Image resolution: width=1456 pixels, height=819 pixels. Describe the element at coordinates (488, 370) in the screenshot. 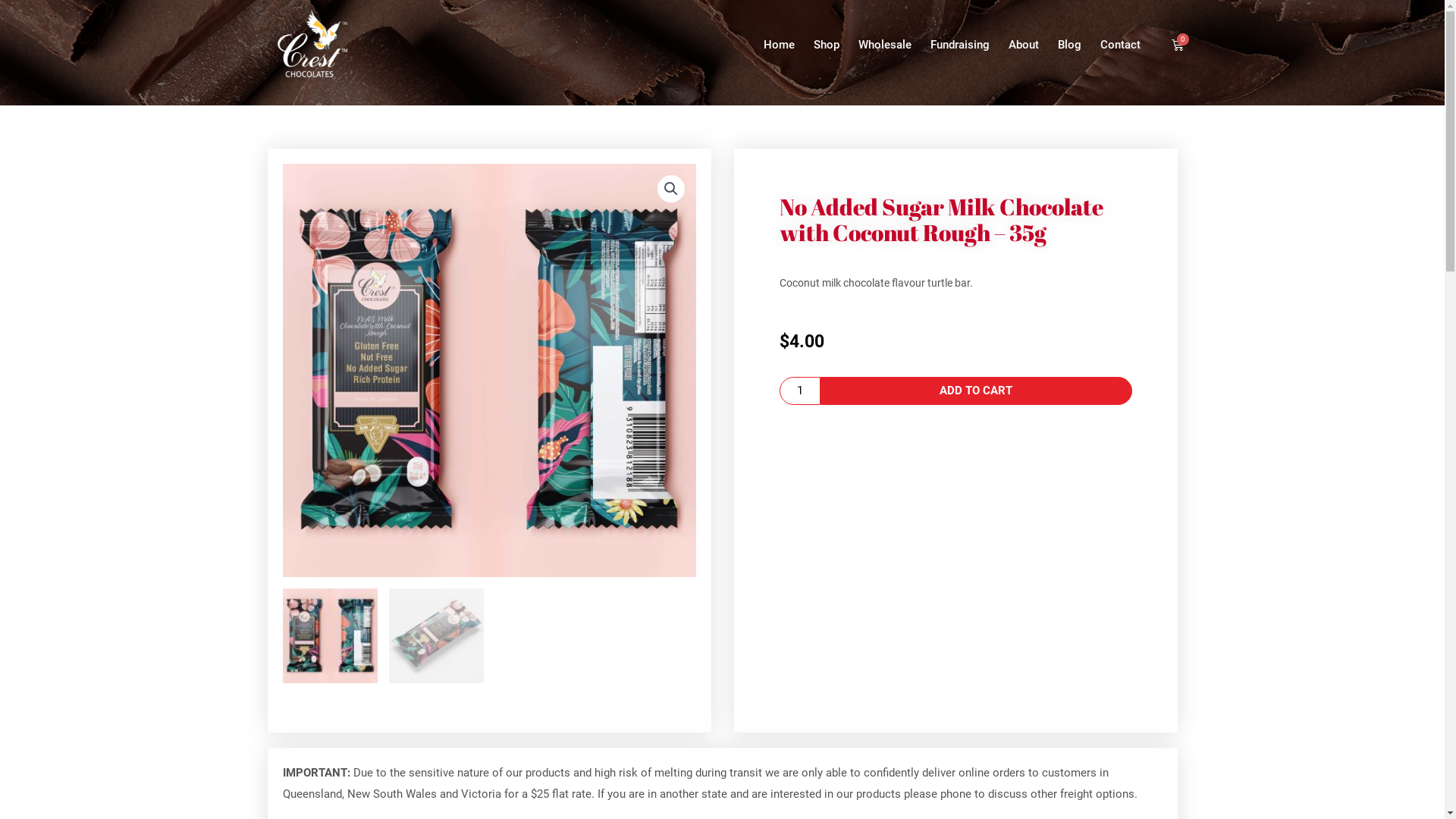

I see `'NAS-Milk-Chocolate-Coconut2'` at that location.